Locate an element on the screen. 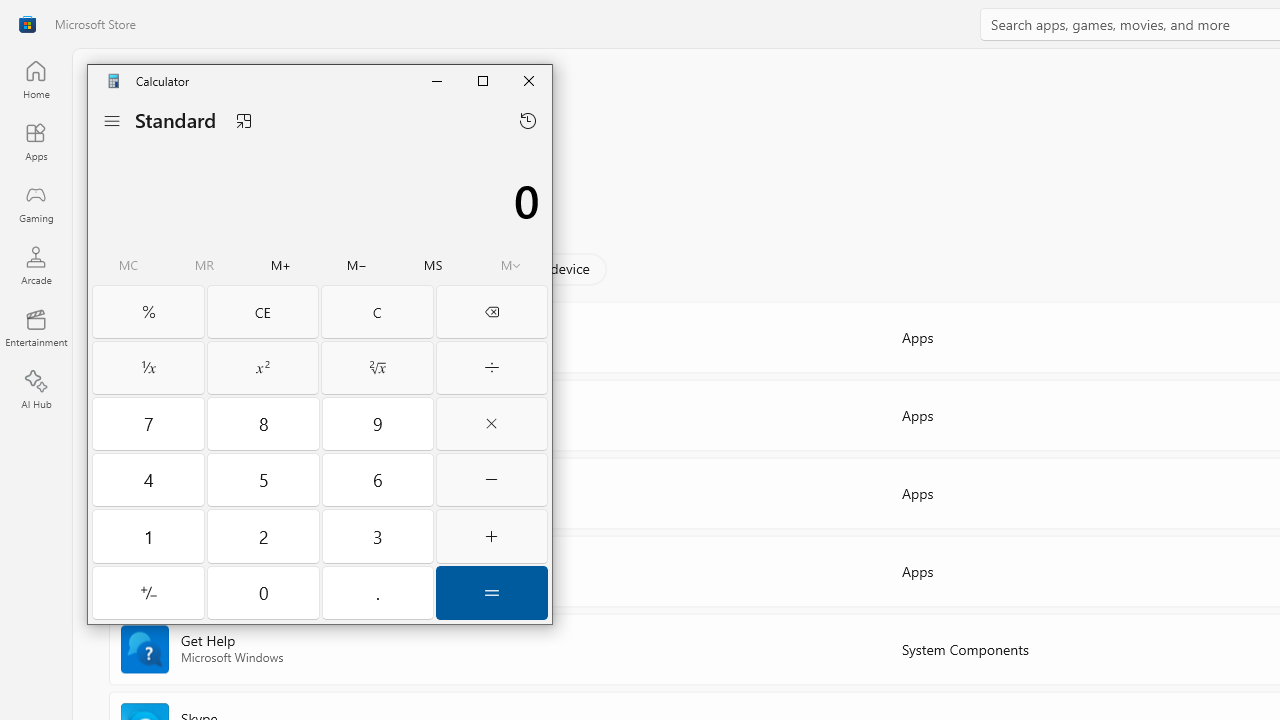  'Percent' is located at coordinates (147, 312).